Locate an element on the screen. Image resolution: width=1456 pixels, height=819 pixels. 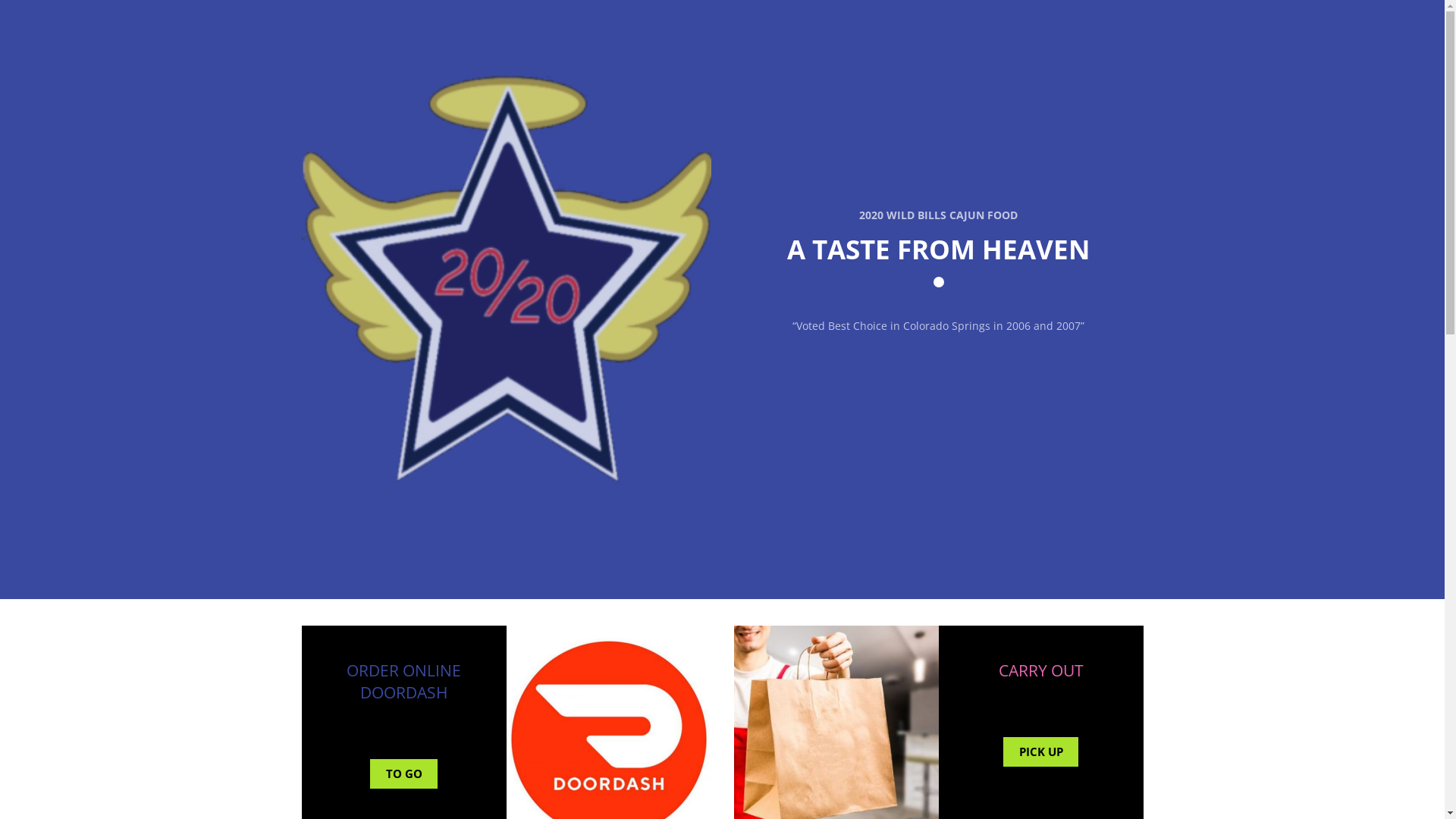
'DOORDASH' is located at coordinates (403, 692).